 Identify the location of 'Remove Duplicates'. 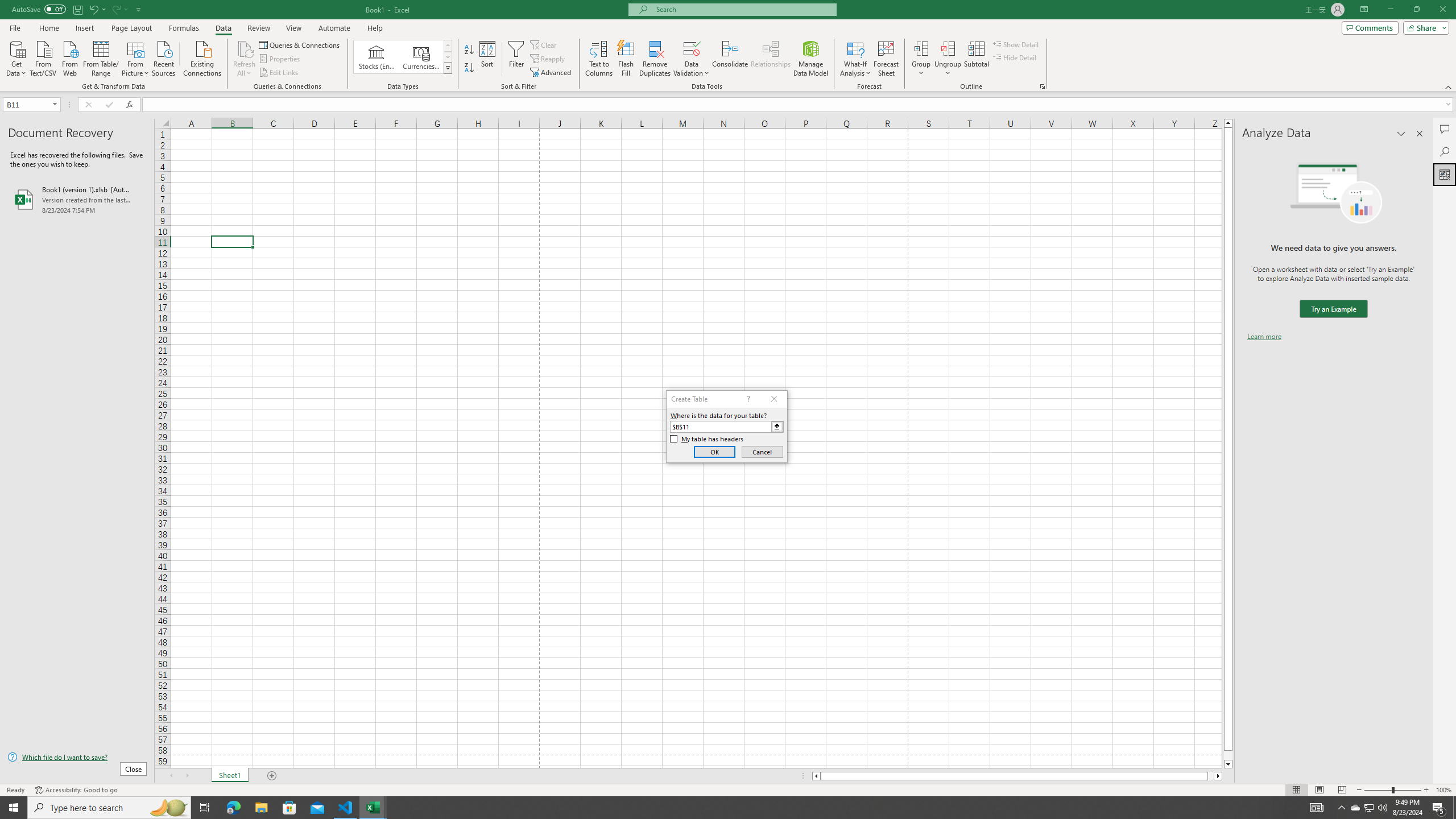
(655, 59).